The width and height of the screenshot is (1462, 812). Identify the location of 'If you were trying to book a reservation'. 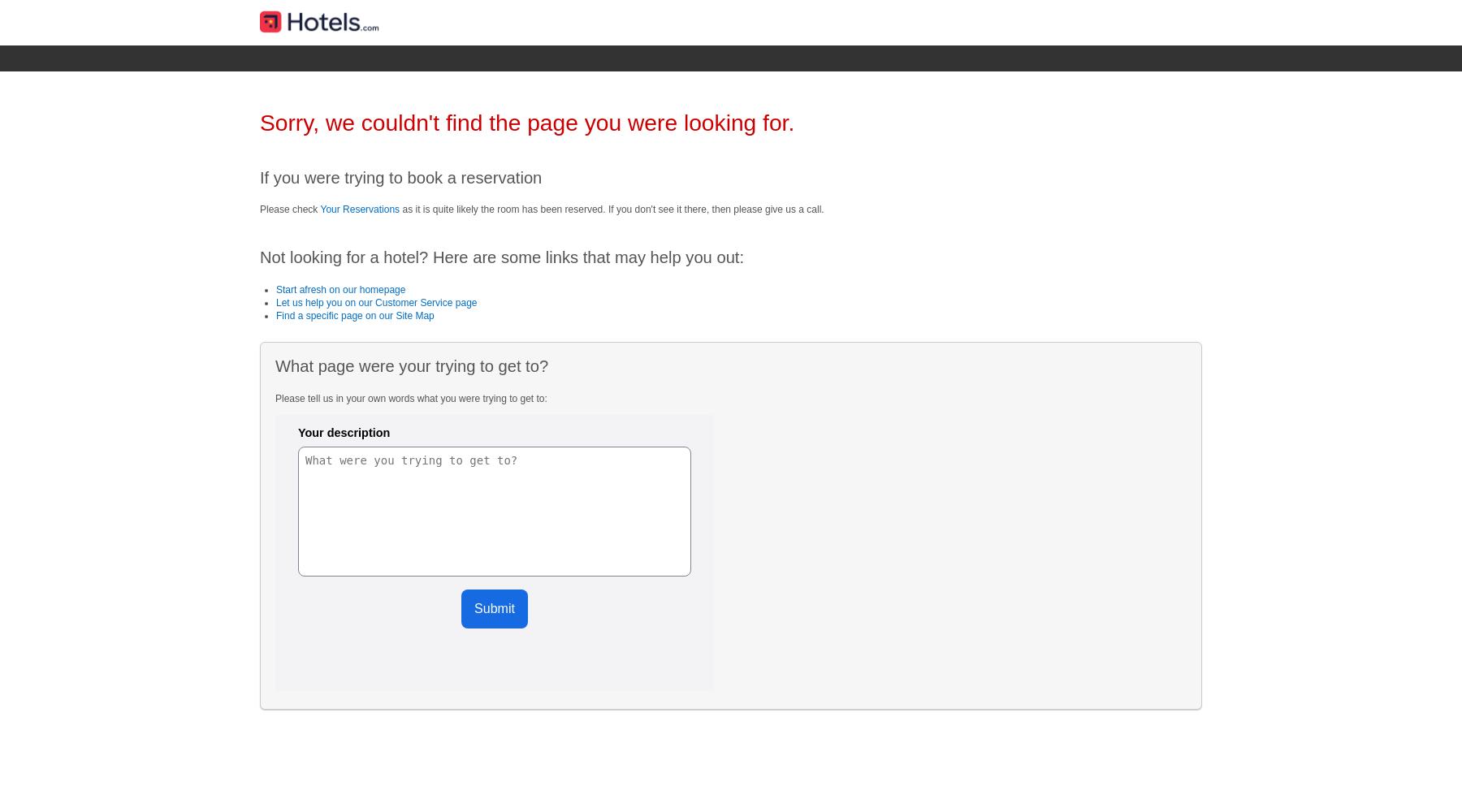
(400, 176).